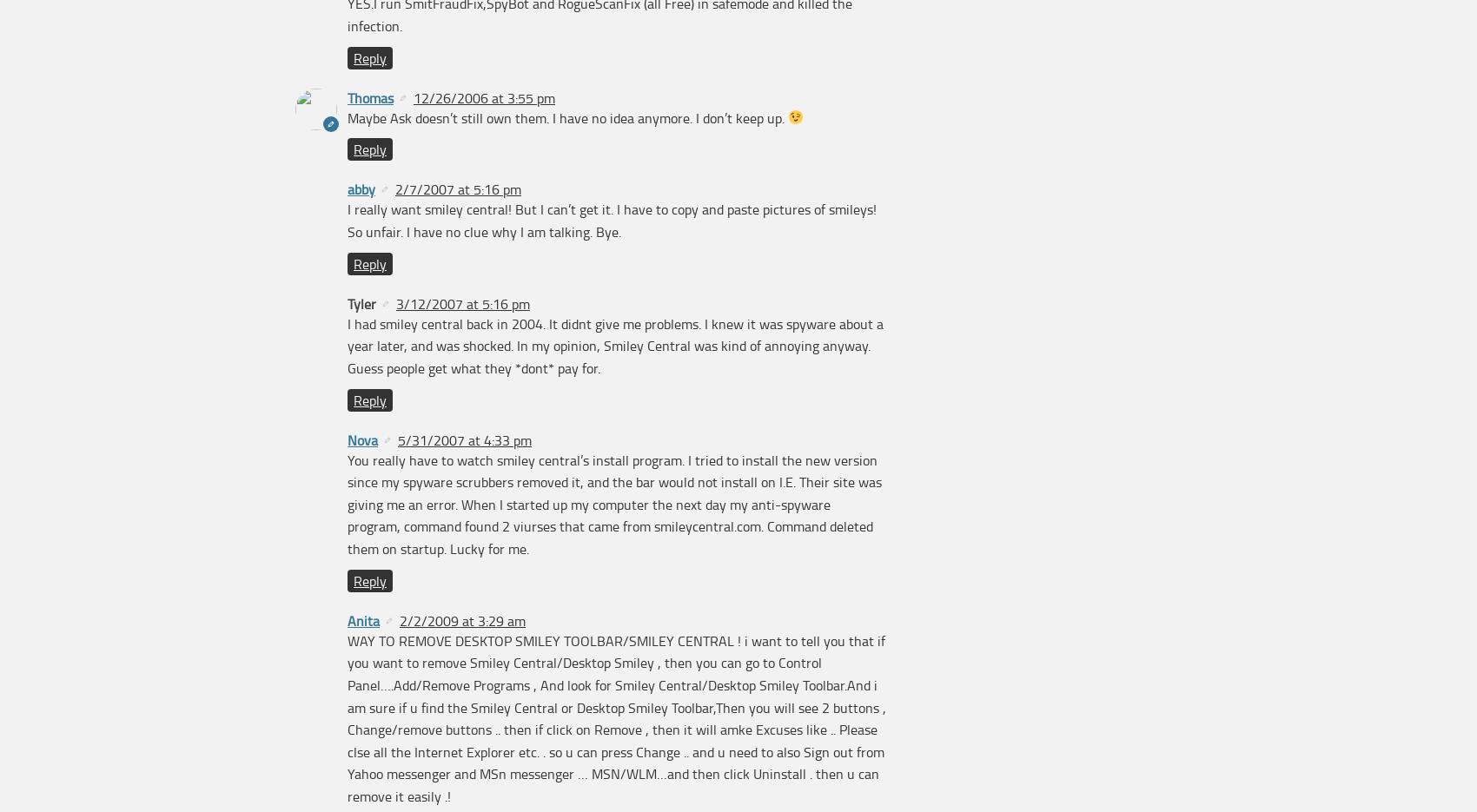 The width and height of the screenshot is (1477, 812). I want to click on '2/7/2007 at 5:16 pm', so click(394, 189).